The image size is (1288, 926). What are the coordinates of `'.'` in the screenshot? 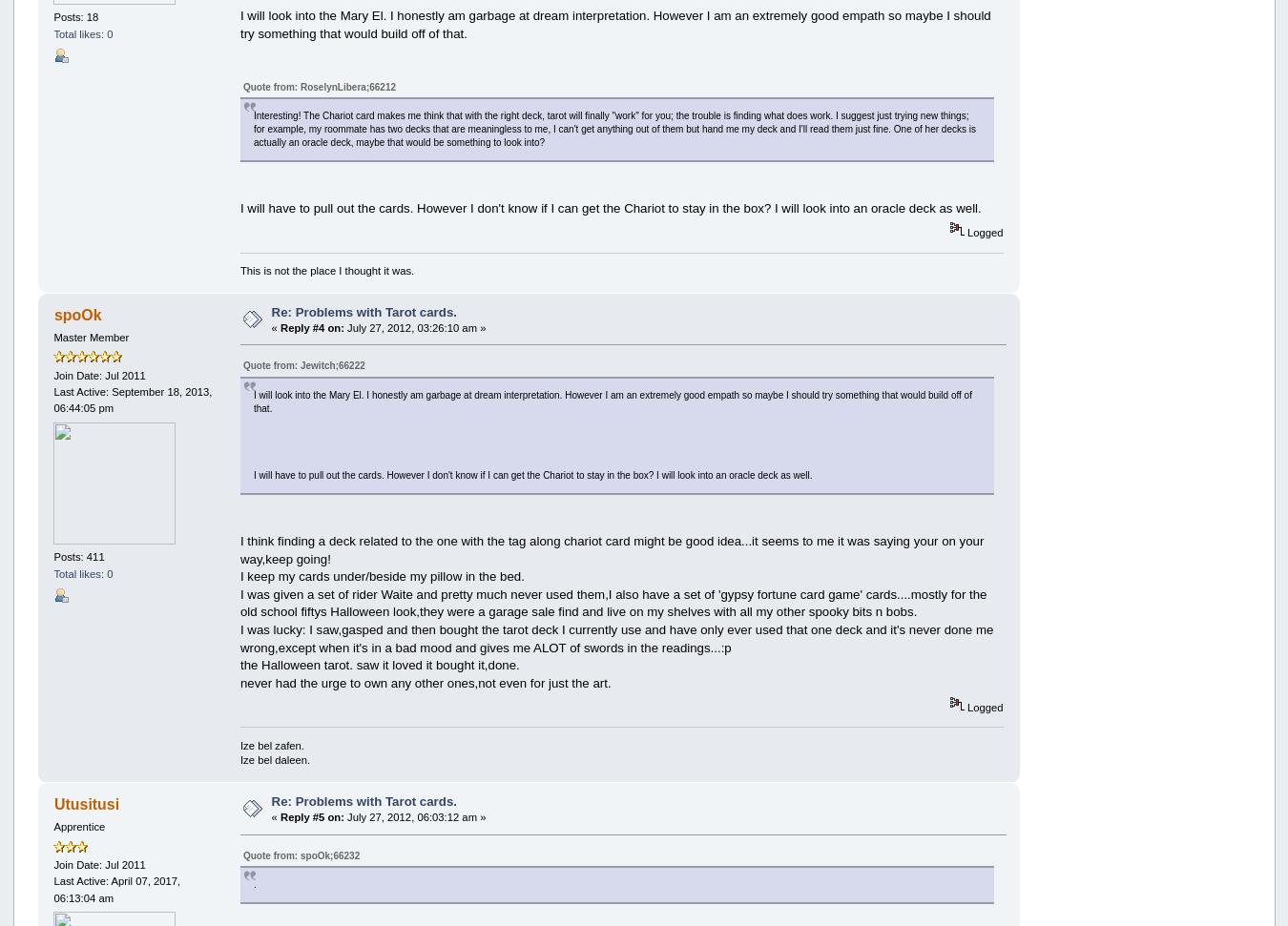 It's located at (253, 883).